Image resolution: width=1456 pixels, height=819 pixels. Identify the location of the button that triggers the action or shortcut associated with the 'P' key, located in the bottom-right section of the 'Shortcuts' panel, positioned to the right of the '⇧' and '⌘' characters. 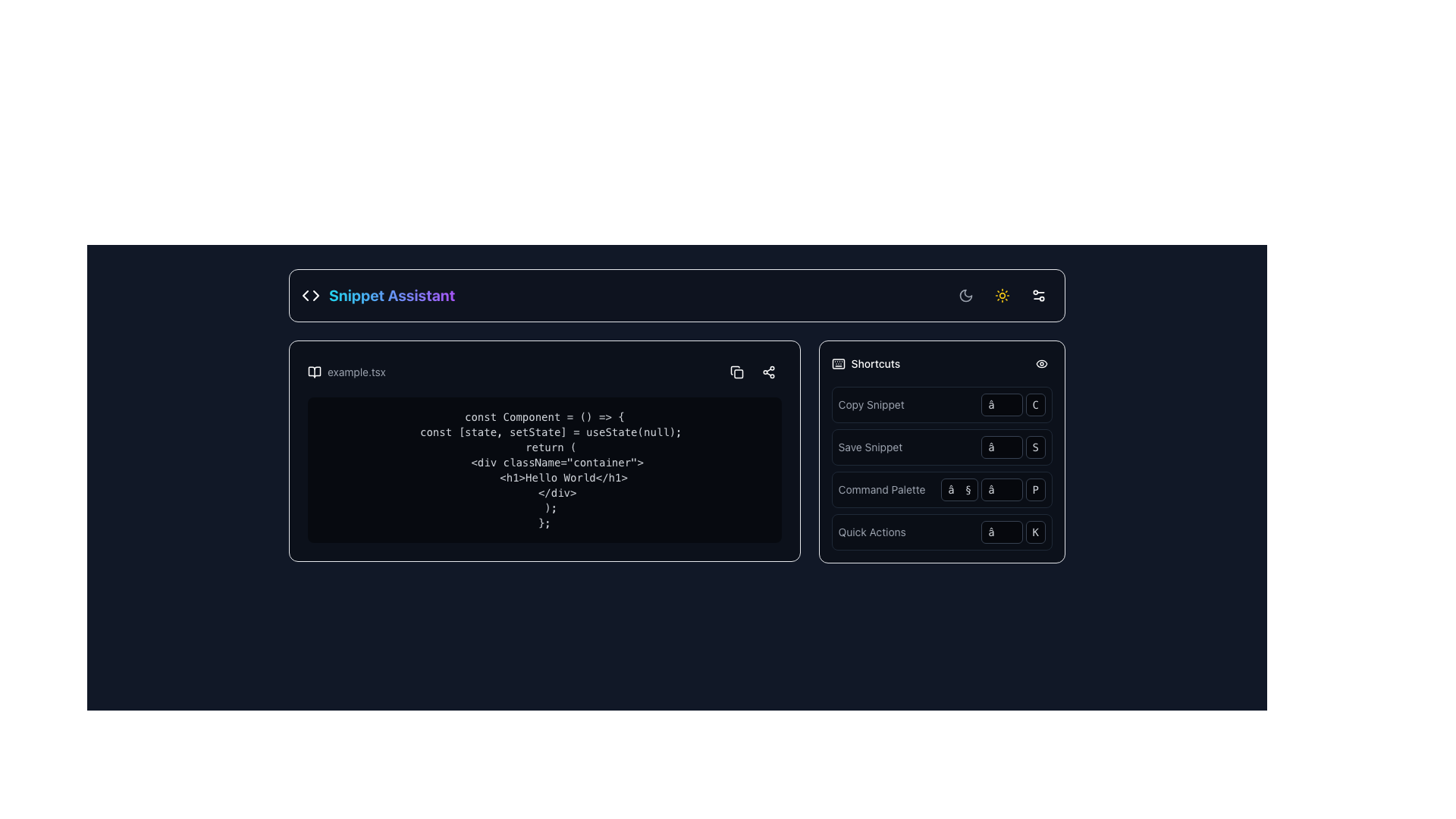
(1034, 489).